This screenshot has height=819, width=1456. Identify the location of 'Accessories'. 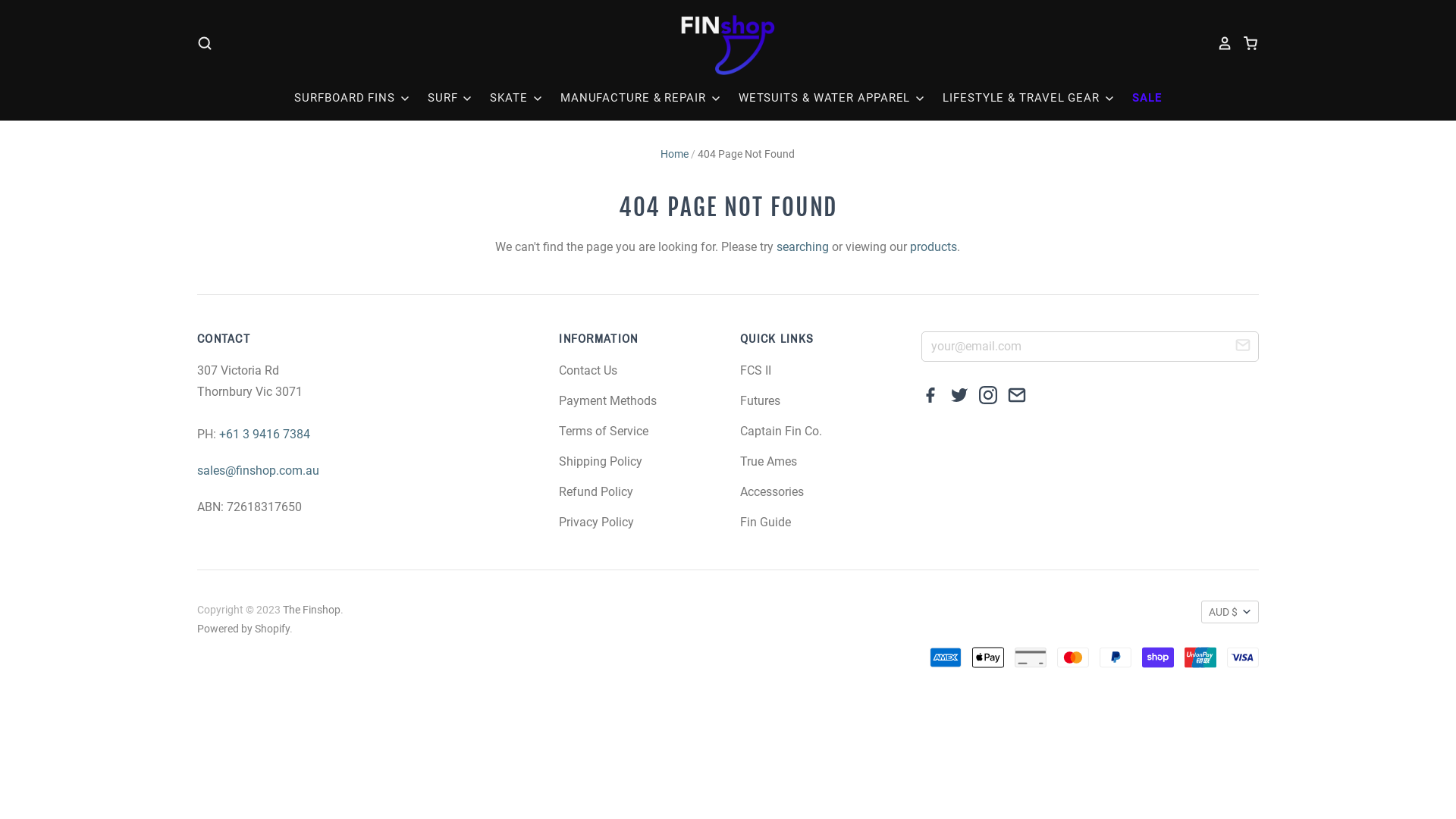
(771, 491).